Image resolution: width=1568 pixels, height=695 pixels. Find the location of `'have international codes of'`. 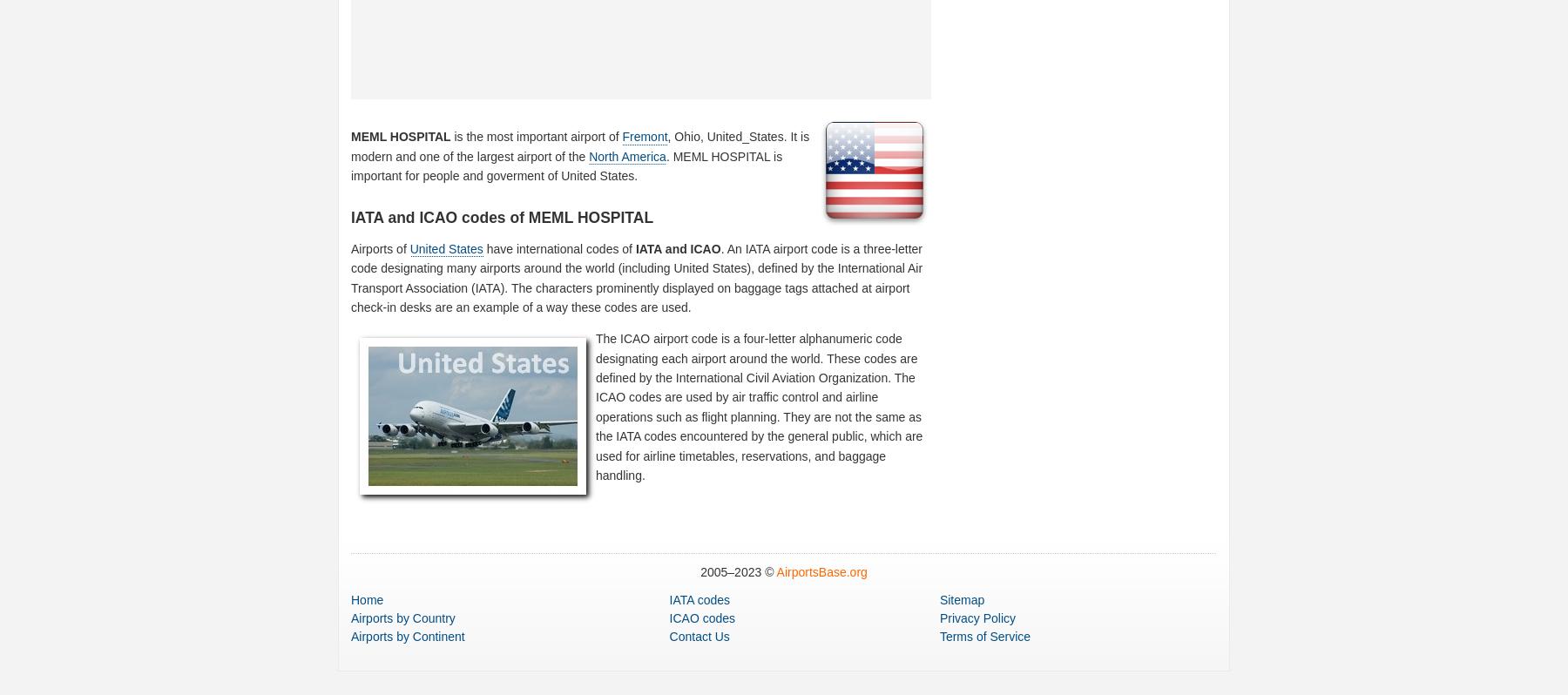

'have international codes of' is located at coordinates (558, 247).